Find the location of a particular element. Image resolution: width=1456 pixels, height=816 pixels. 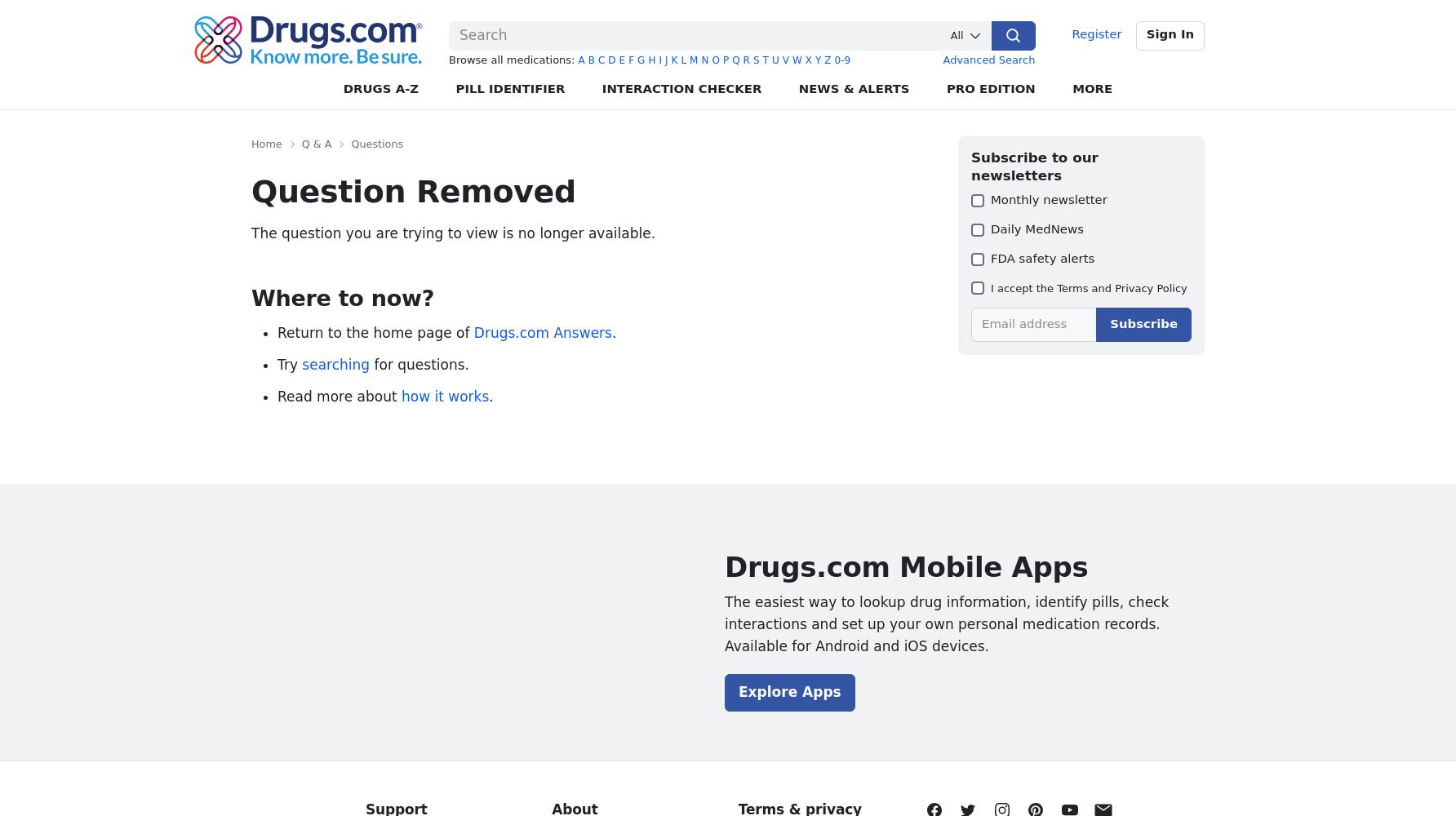

'Advanced Search' is located at coordinates (988, 59).